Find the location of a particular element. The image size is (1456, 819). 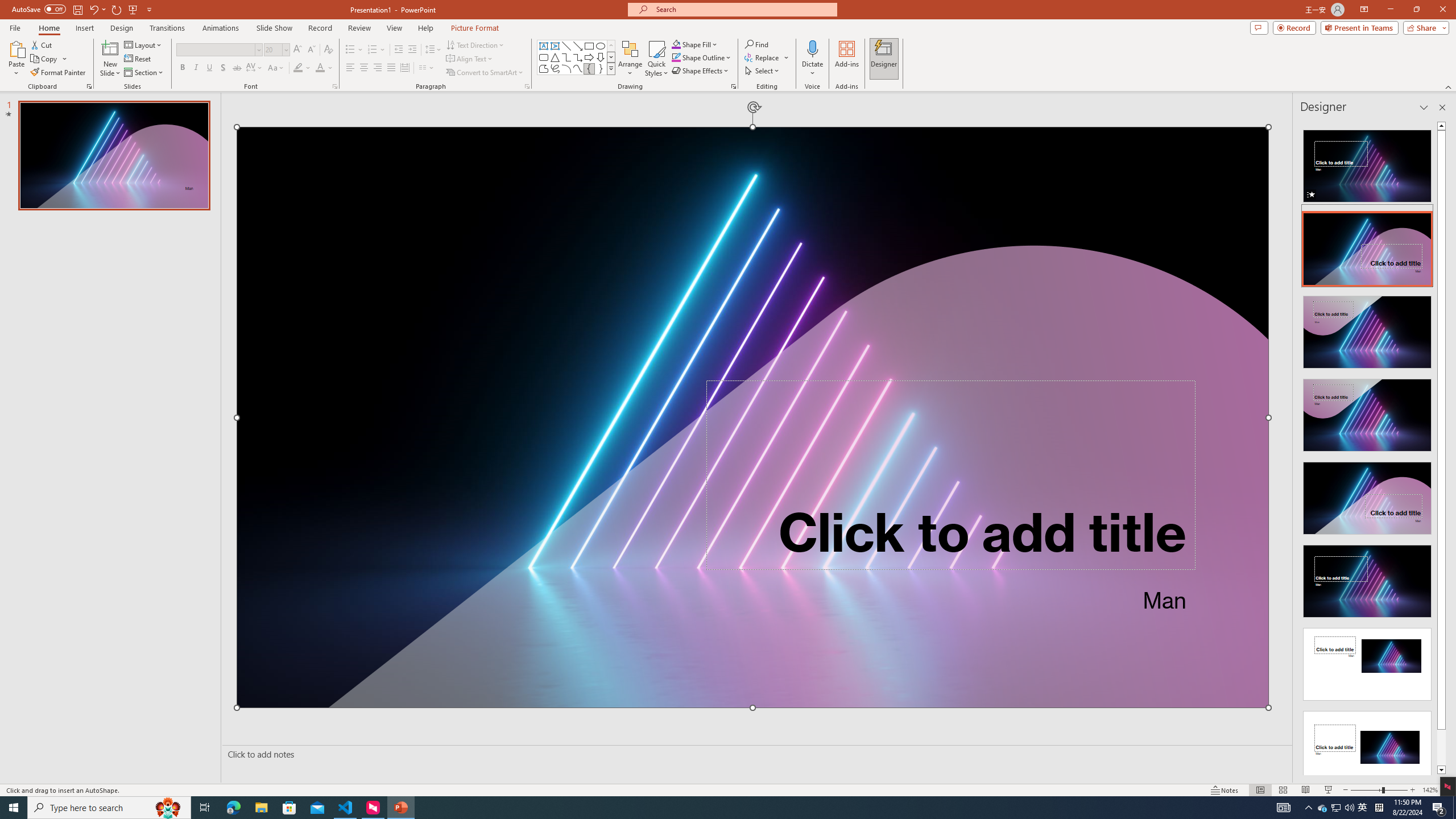

'Shape Fill Orange, Accent 2' is located at coordinates (676, 44).